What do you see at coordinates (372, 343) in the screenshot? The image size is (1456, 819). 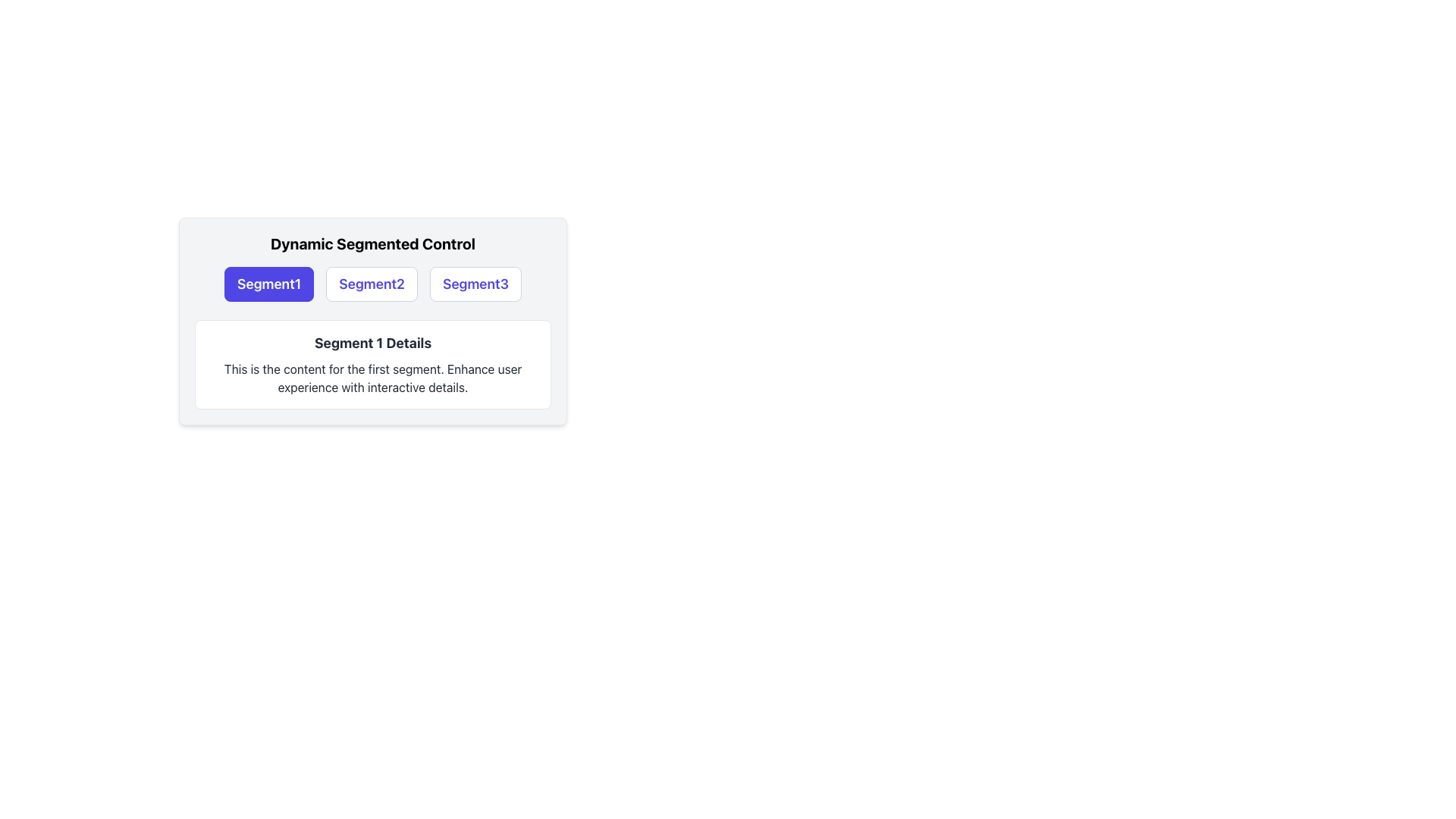 I see `the bold heading labeled 'Segment 1 Details', which is visually distinct and positioned above the paragraph block related to 'Segment 1'` at bounding box center [372, 343].